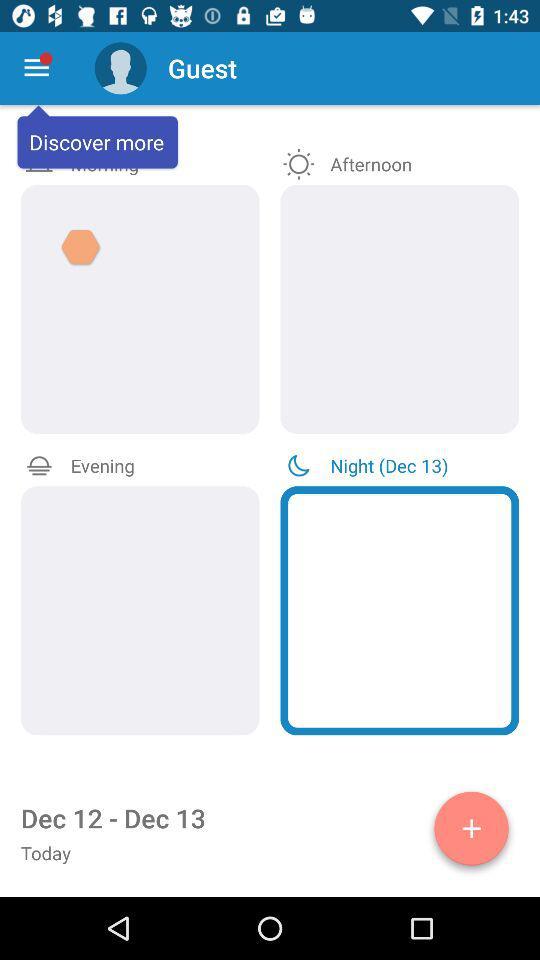 The image size is (540, 960). Describe the element at coordinates (471, 832) in the screenshot. I see `date` at that location.